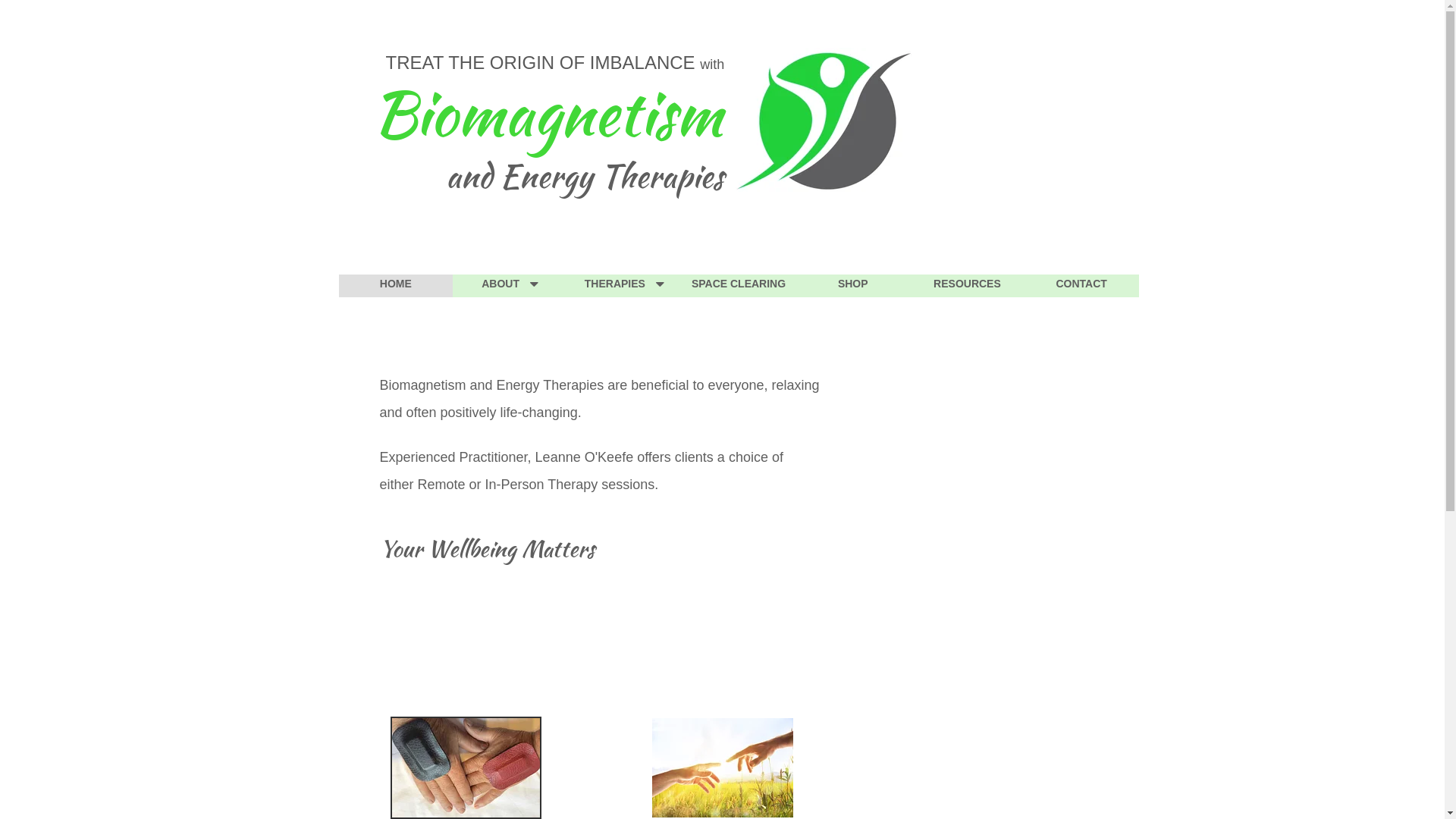  I want to click on 'HOME', so click(395, 286).